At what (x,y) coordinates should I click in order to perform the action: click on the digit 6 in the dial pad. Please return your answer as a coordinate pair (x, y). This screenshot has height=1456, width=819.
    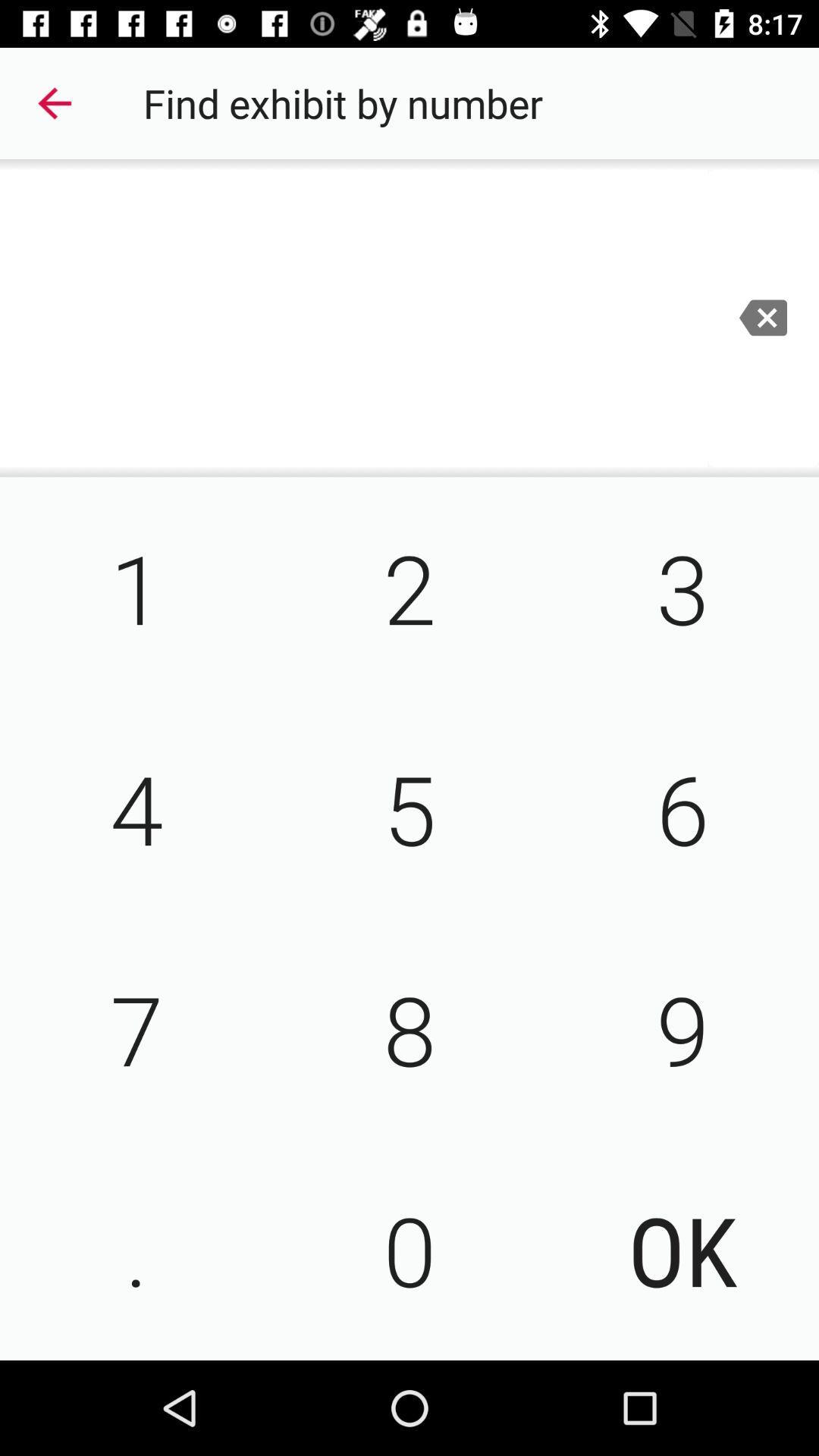
    Looking at the image, I should click on (681, 807).